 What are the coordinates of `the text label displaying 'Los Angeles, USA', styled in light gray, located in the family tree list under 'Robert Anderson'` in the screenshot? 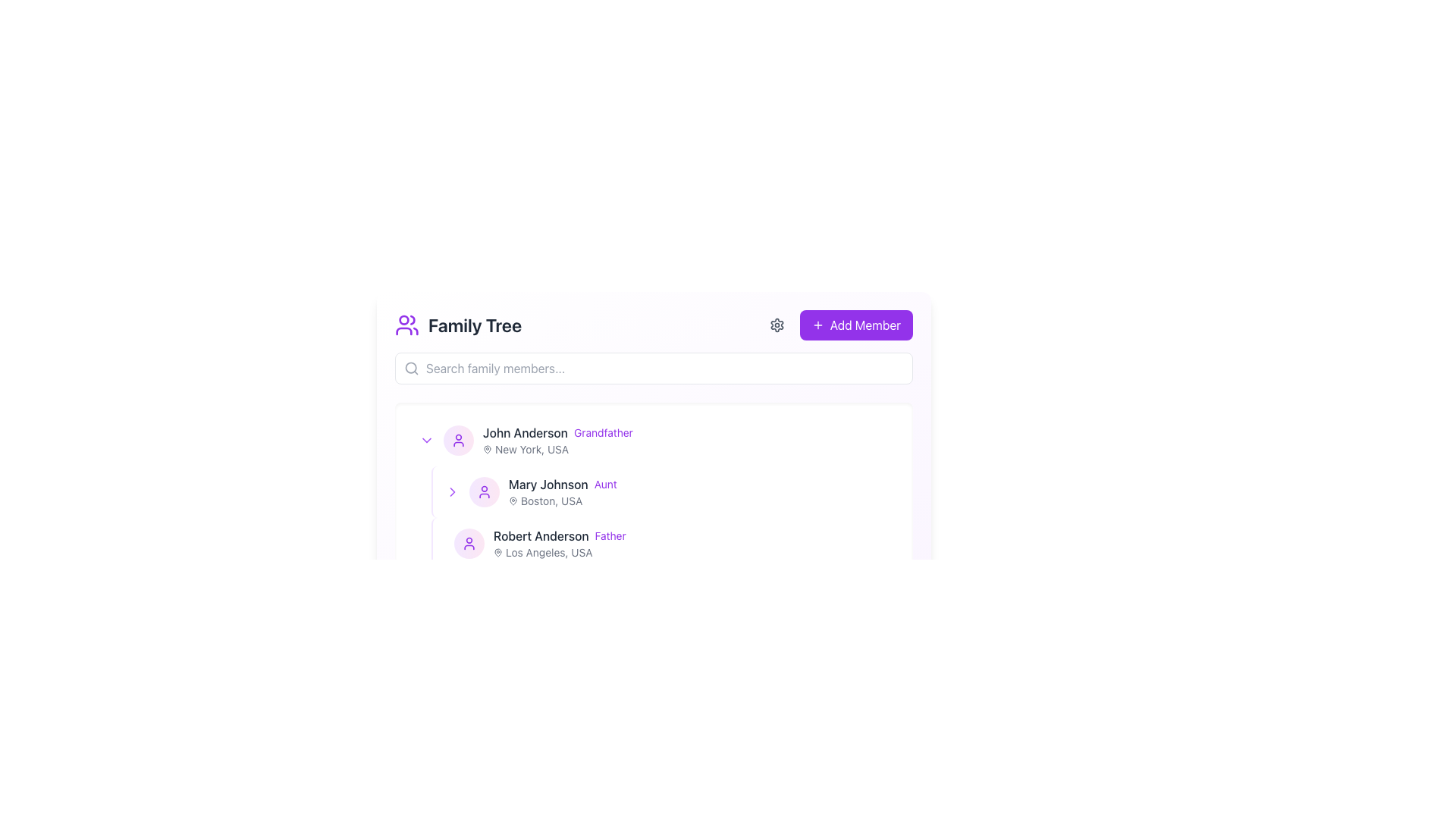 It's located at (548, 553).